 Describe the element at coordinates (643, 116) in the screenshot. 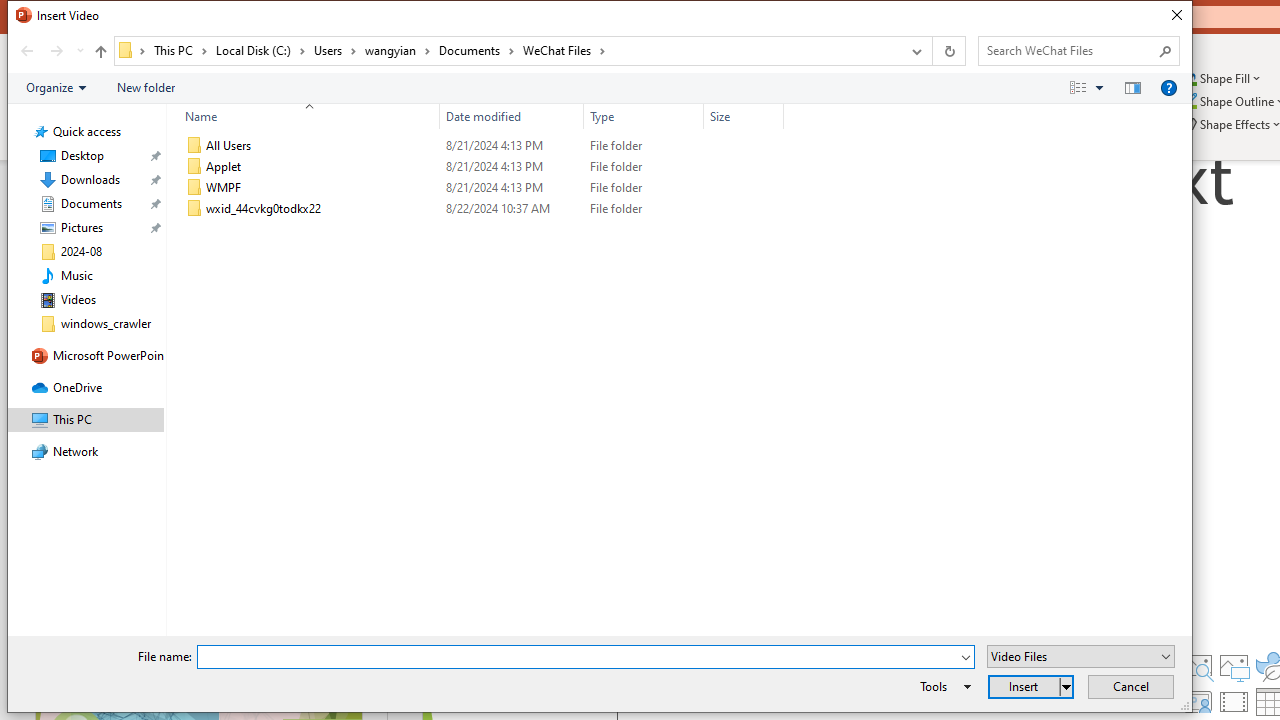

I see `'Type'` at that location.